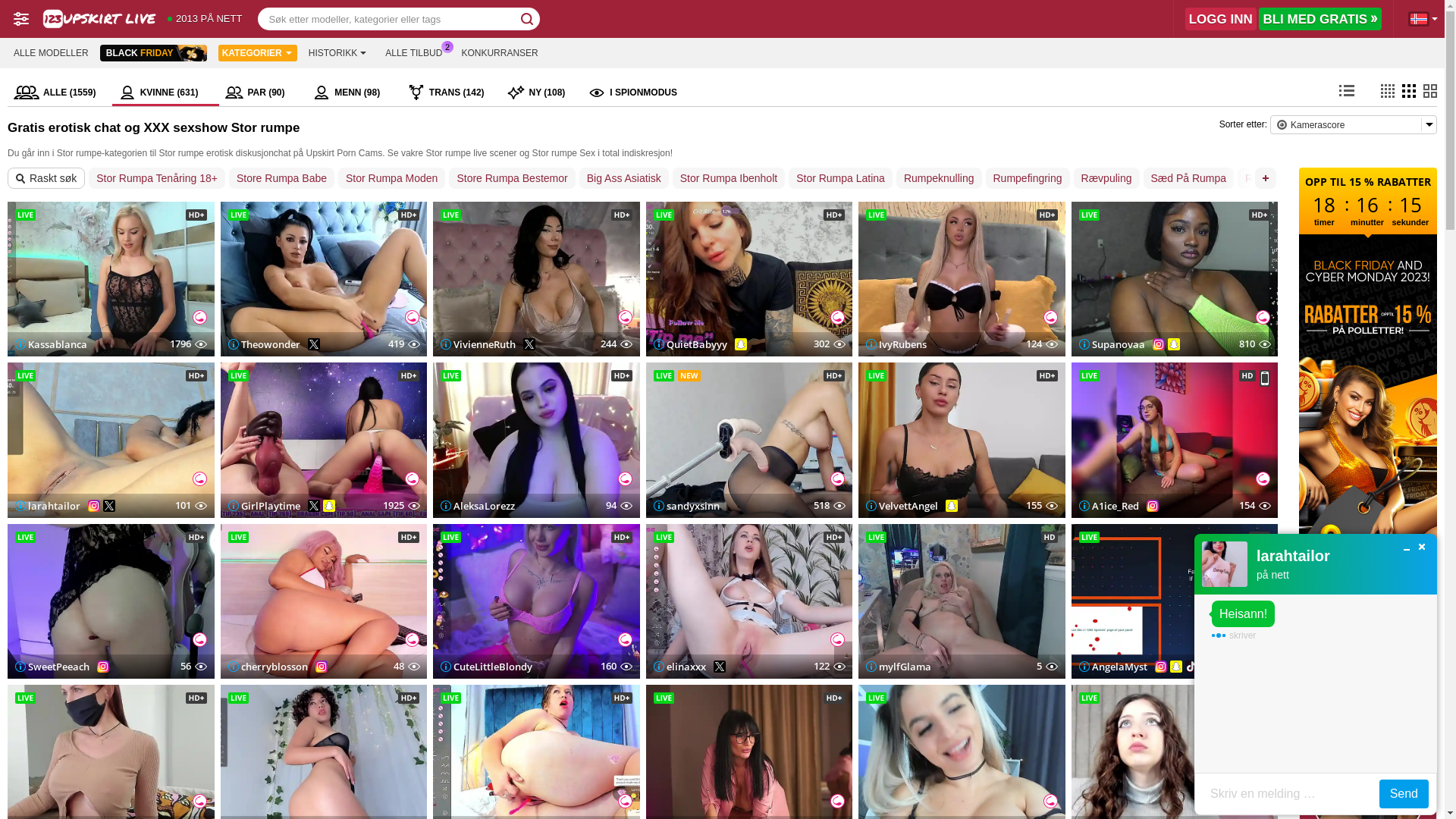 The image size is (1456, 819). What do you see at coordinates (632, 93) in the screenshot?
I see `'I SPIONMODUS'` at bounding box center [632, 93].